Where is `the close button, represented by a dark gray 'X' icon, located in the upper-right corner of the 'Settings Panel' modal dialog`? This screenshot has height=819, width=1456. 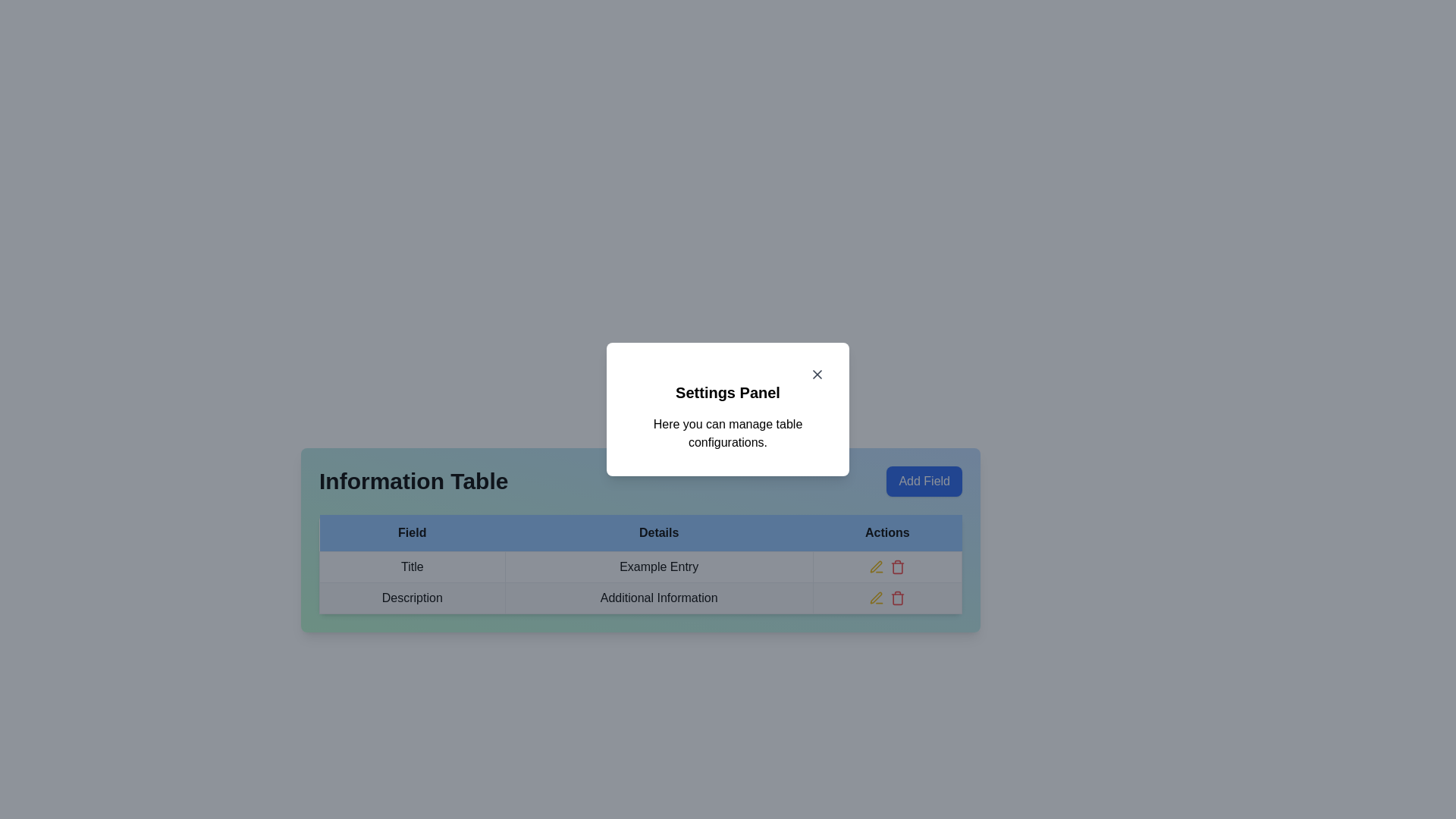 the close button, represented by a dark gray 'X' icon, located in the upper-right corner of the 'Settings Panel' modal dialog is located at coordinates (817, 374).